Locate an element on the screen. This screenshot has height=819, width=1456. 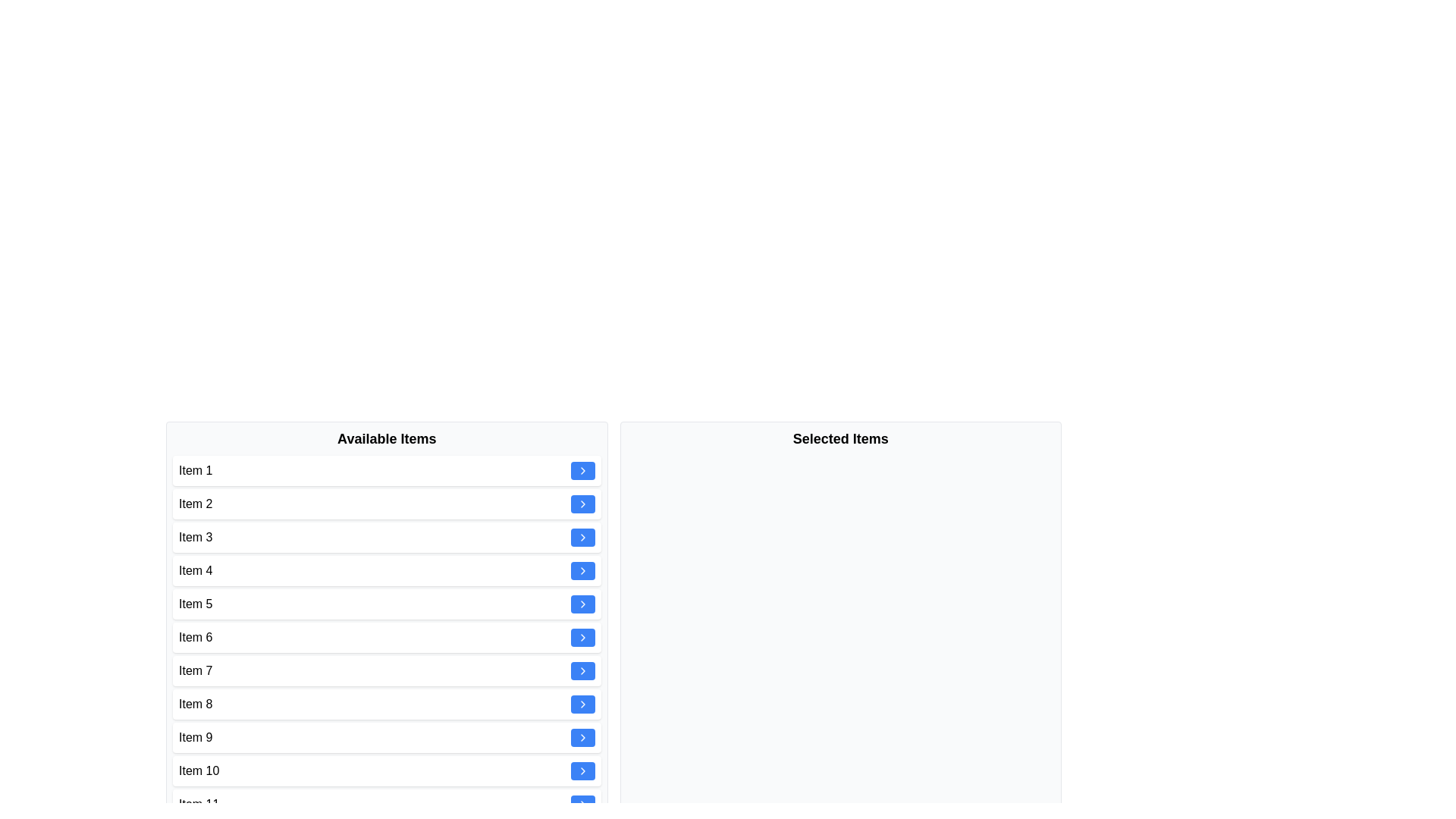
the blue button containing the right-facing chevron icon next to the text label 'Item 5' is located at coordinates (582, 537).